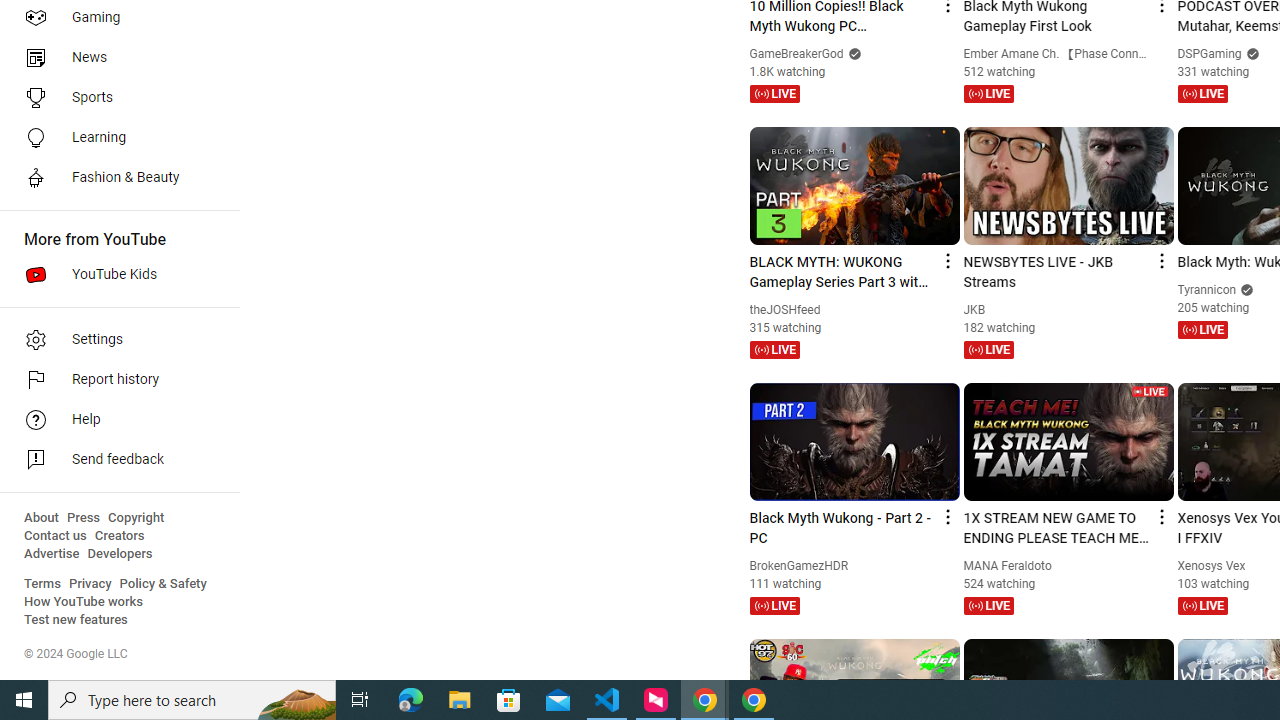  I want to click on 'News', so click(112, 56).